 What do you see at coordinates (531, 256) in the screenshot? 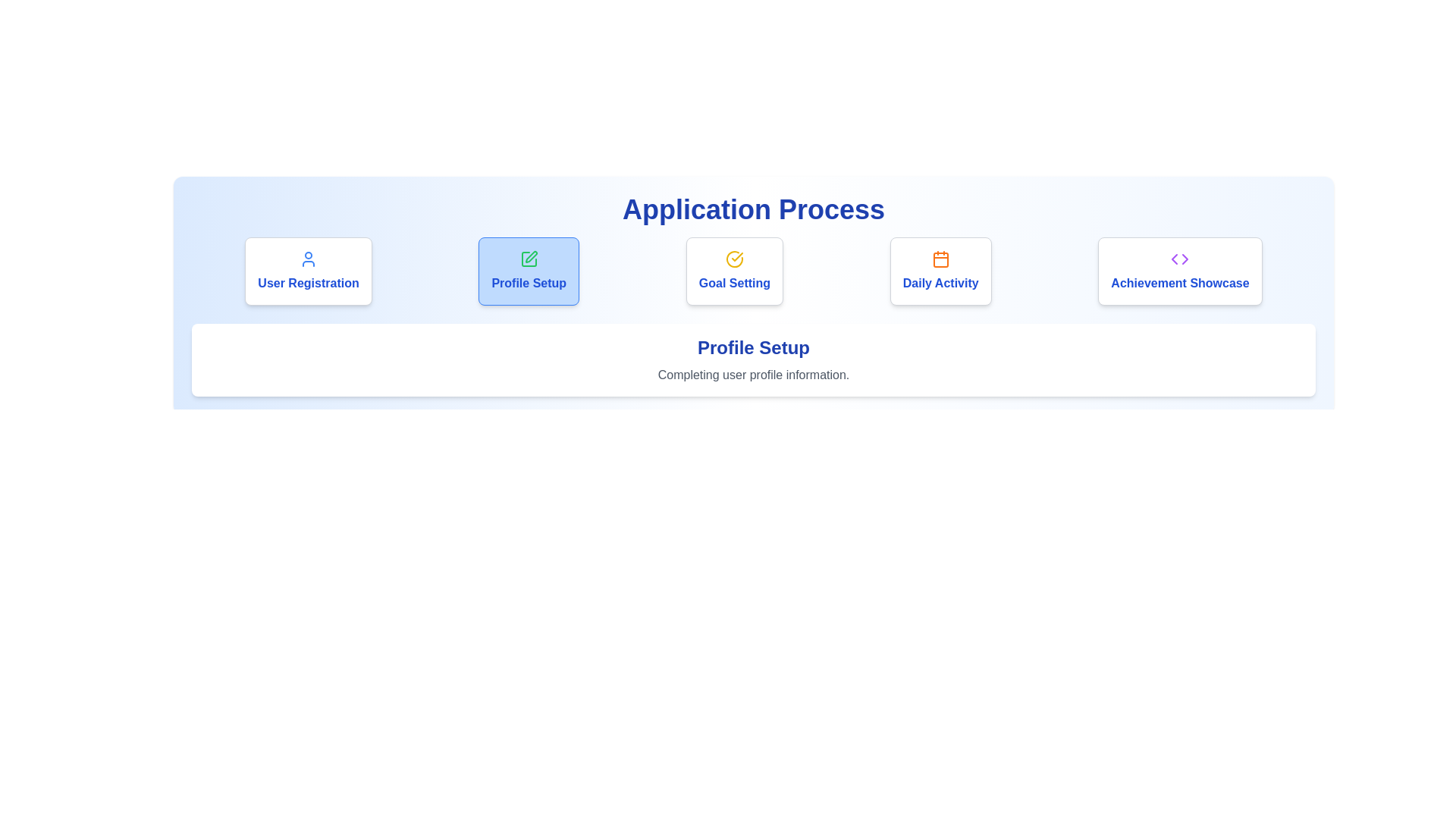
I see `the functionality of the profile setup icon located between the User Registration and Goal Setting buttons` at bounding box center [531, 256].